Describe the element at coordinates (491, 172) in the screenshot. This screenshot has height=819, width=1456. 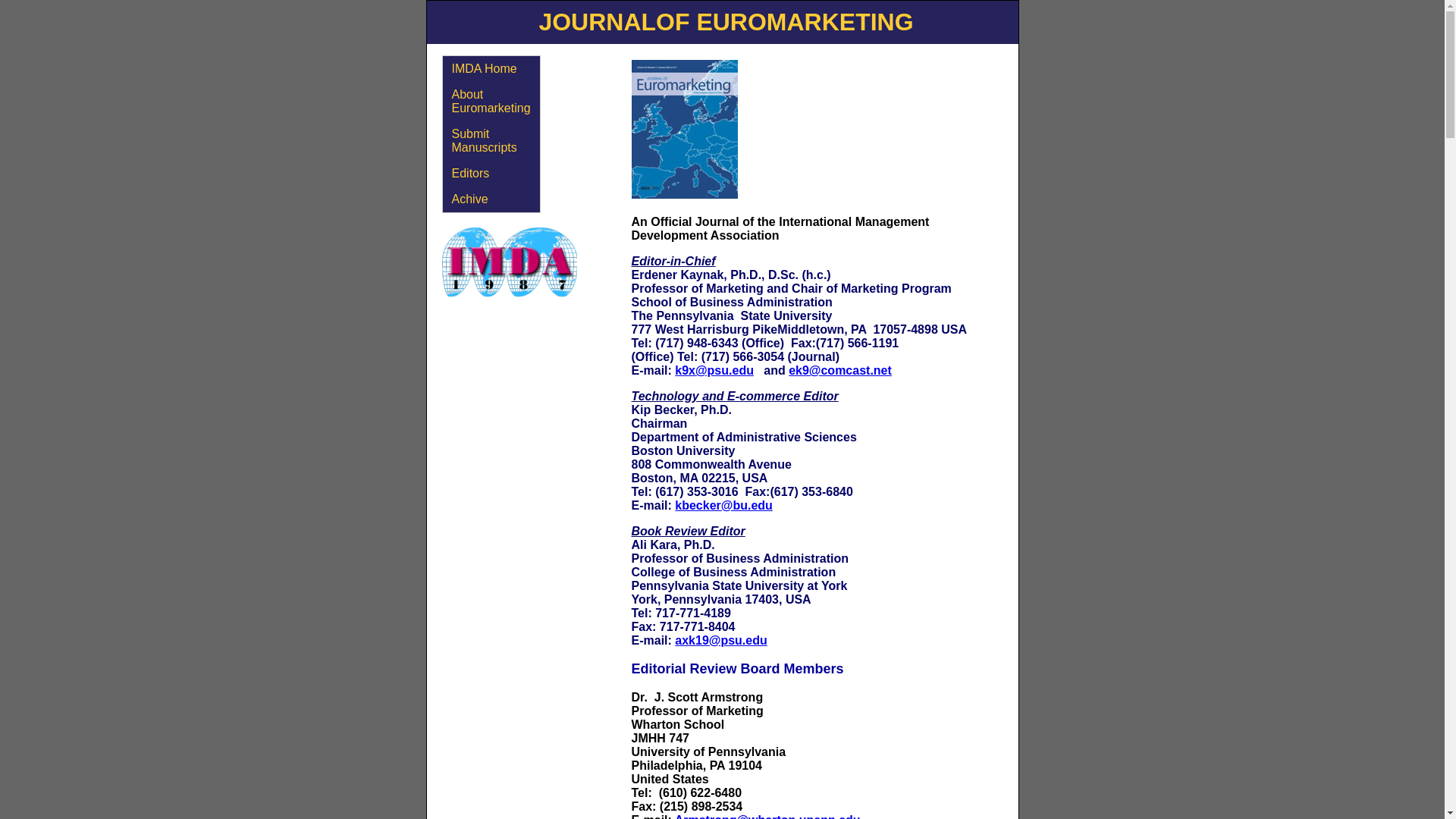
I see `'Editors'` at that location.